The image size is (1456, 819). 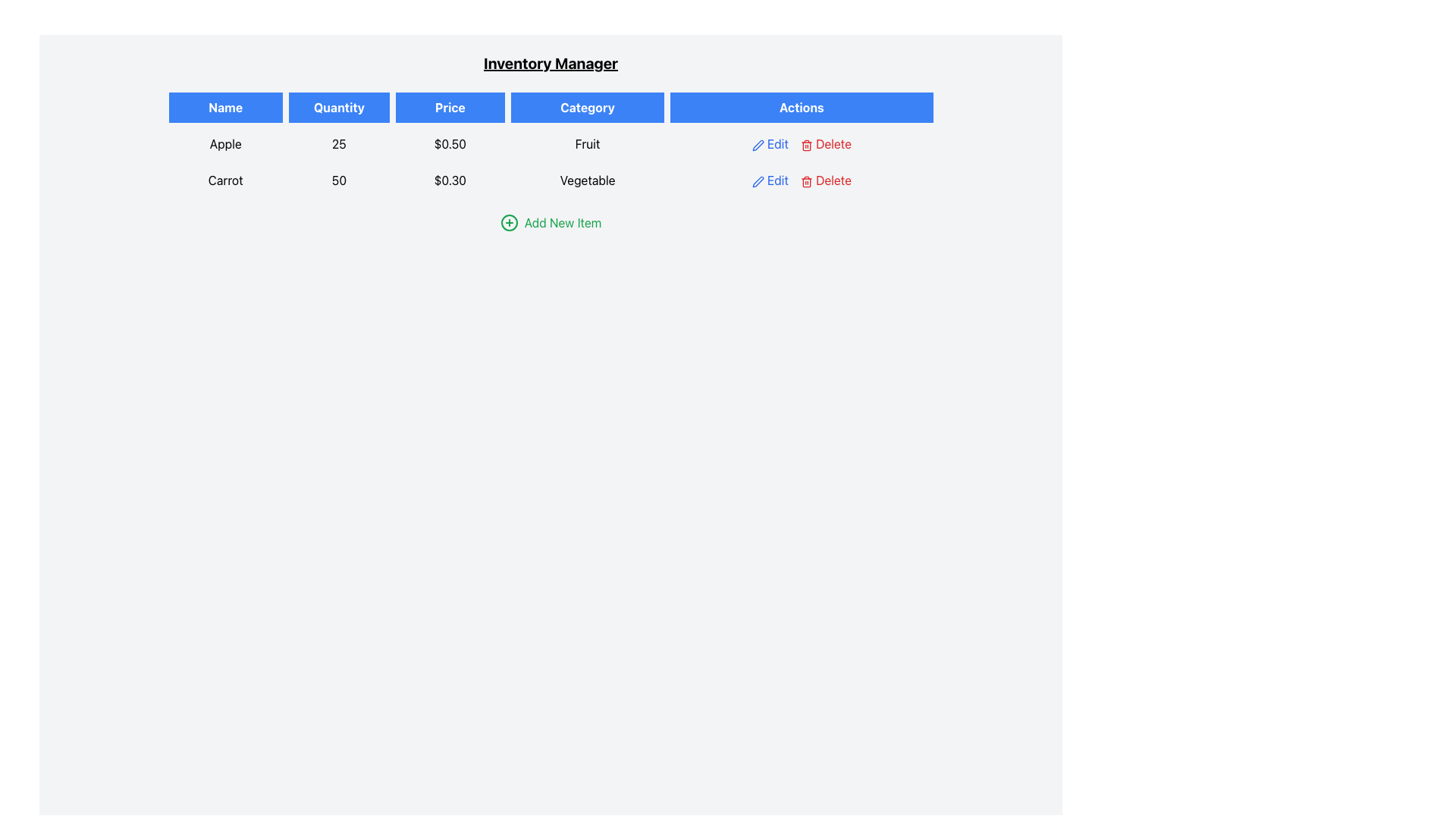 What do you see at coordinates (825, 180) in the screenshot?
I see `the second 'Delete' button in the 'Actions' column of the table, which is red-colored with a trash can icon` at bounding box center [825, 180].